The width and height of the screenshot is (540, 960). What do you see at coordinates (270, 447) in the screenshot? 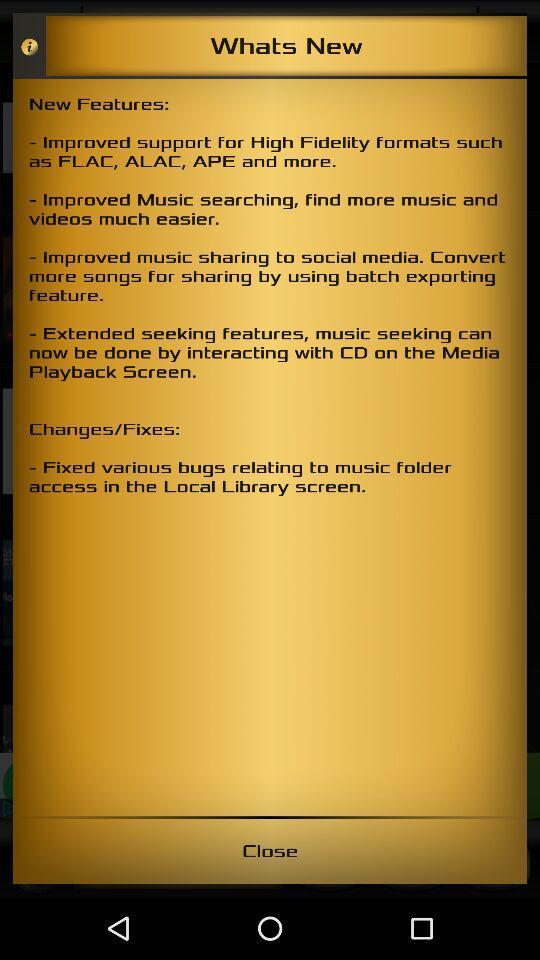
I see `new features improved at the center` at bounding box center [270, 447].